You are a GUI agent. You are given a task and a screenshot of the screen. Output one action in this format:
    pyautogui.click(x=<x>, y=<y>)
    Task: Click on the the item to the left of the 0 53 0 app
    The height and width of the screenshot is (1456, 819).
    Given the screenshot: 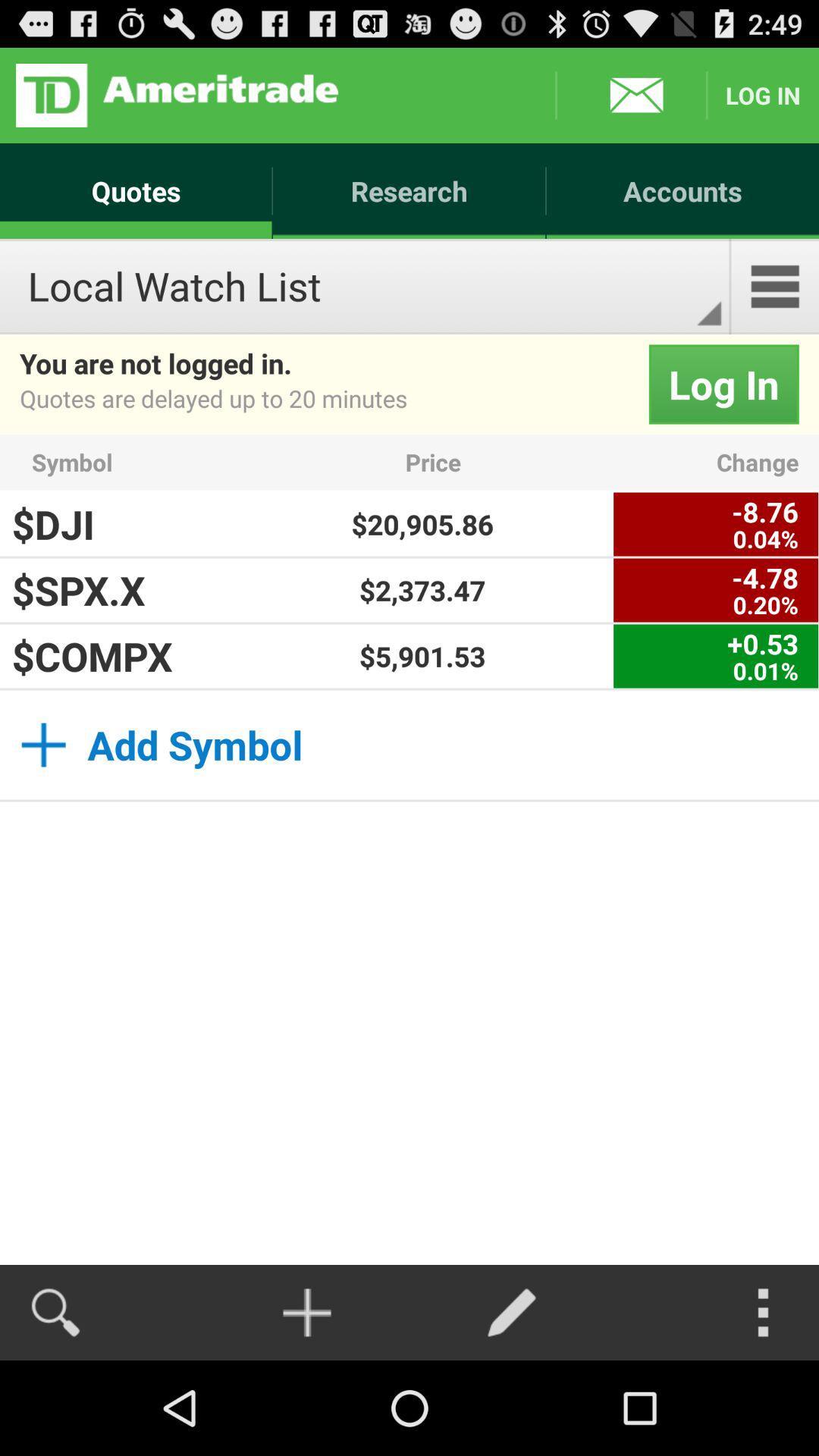 What is the action you would take?
    pyautogui.click(x=422, y=656)
    